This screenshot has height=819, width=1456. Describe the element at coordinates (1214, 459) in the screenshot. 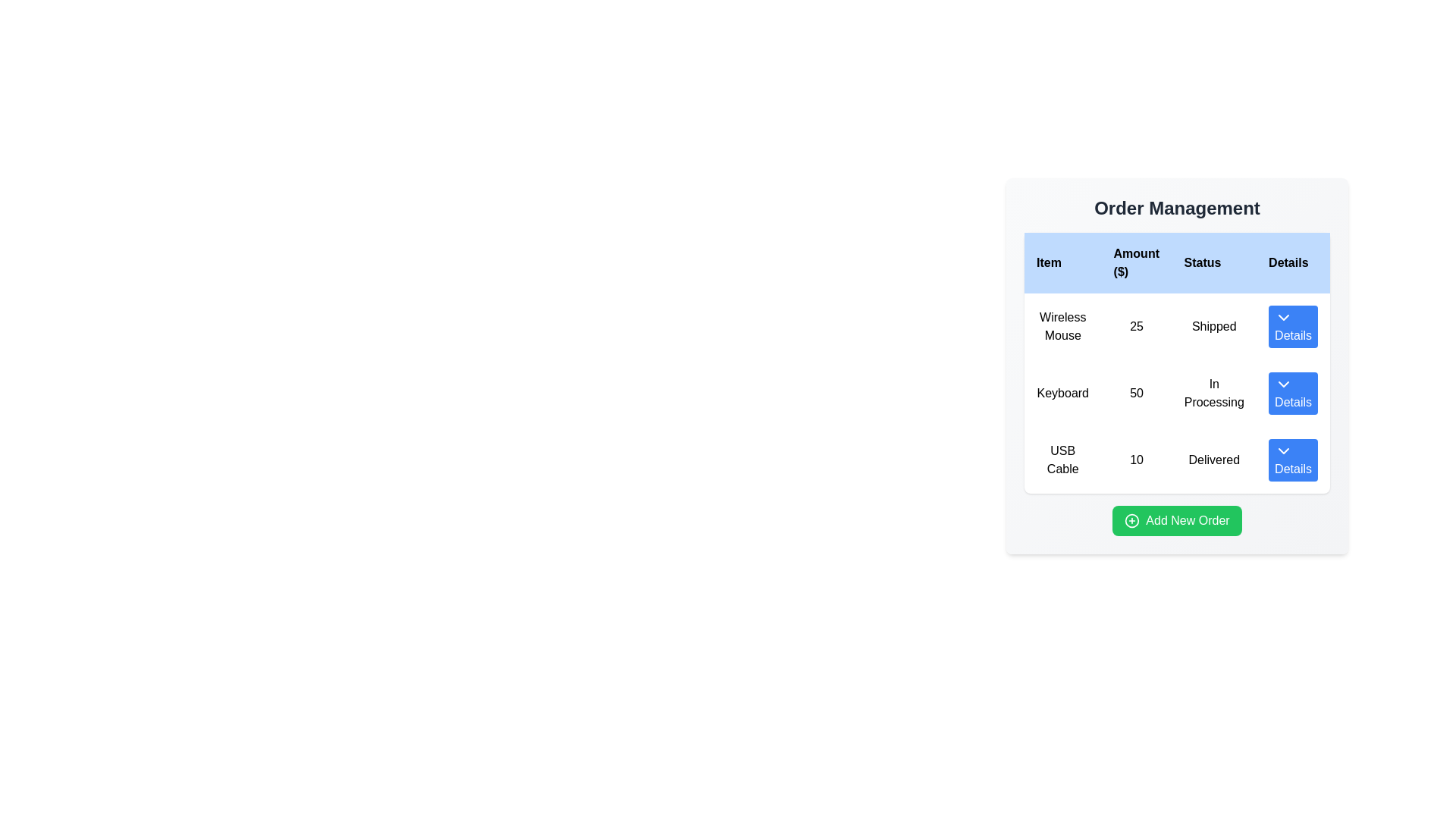

I see `the status text label indicating that the 'USB Cable' order has been delivered, located to the right of the 'Amount ($)' element and left of the 'Details' button` at that location.